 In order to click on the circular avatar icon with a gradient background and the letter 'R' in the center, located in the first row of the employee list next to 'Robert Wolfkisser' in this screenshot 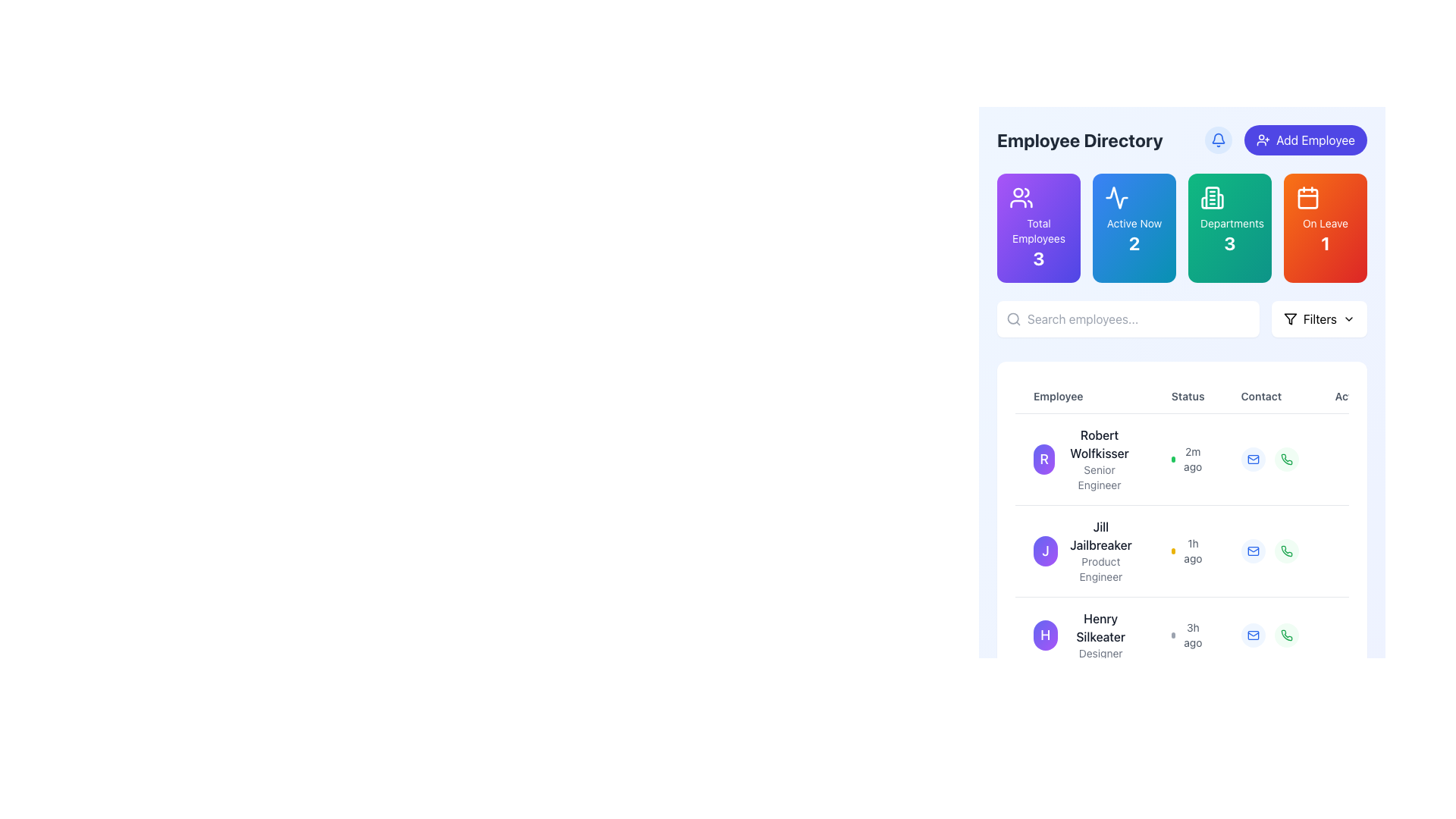, I will do `click(1043, 458)`.